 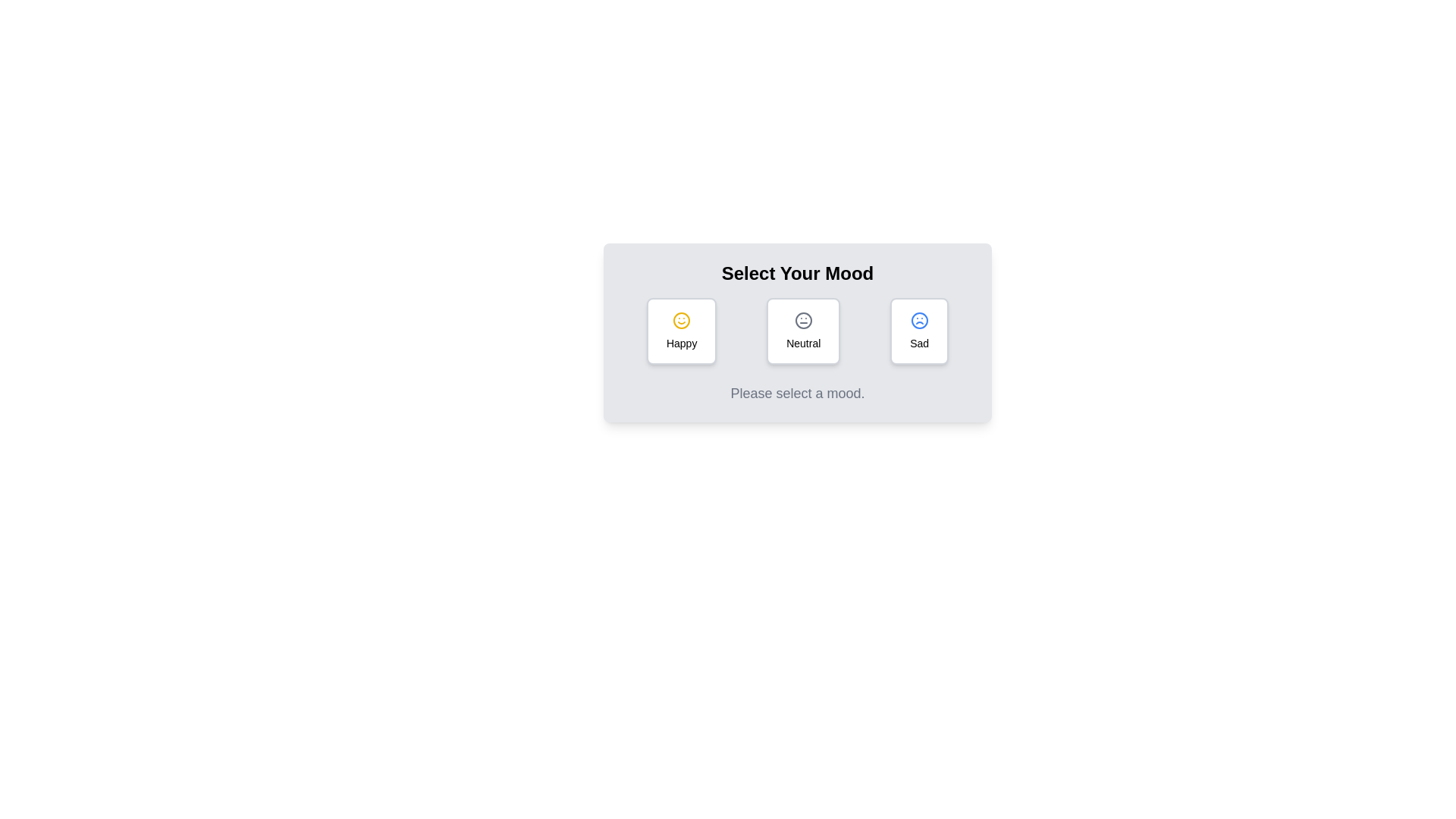 I want to click on the mood selection radio button group labeled 'Select Your Mood', so click(x=796, y=332).